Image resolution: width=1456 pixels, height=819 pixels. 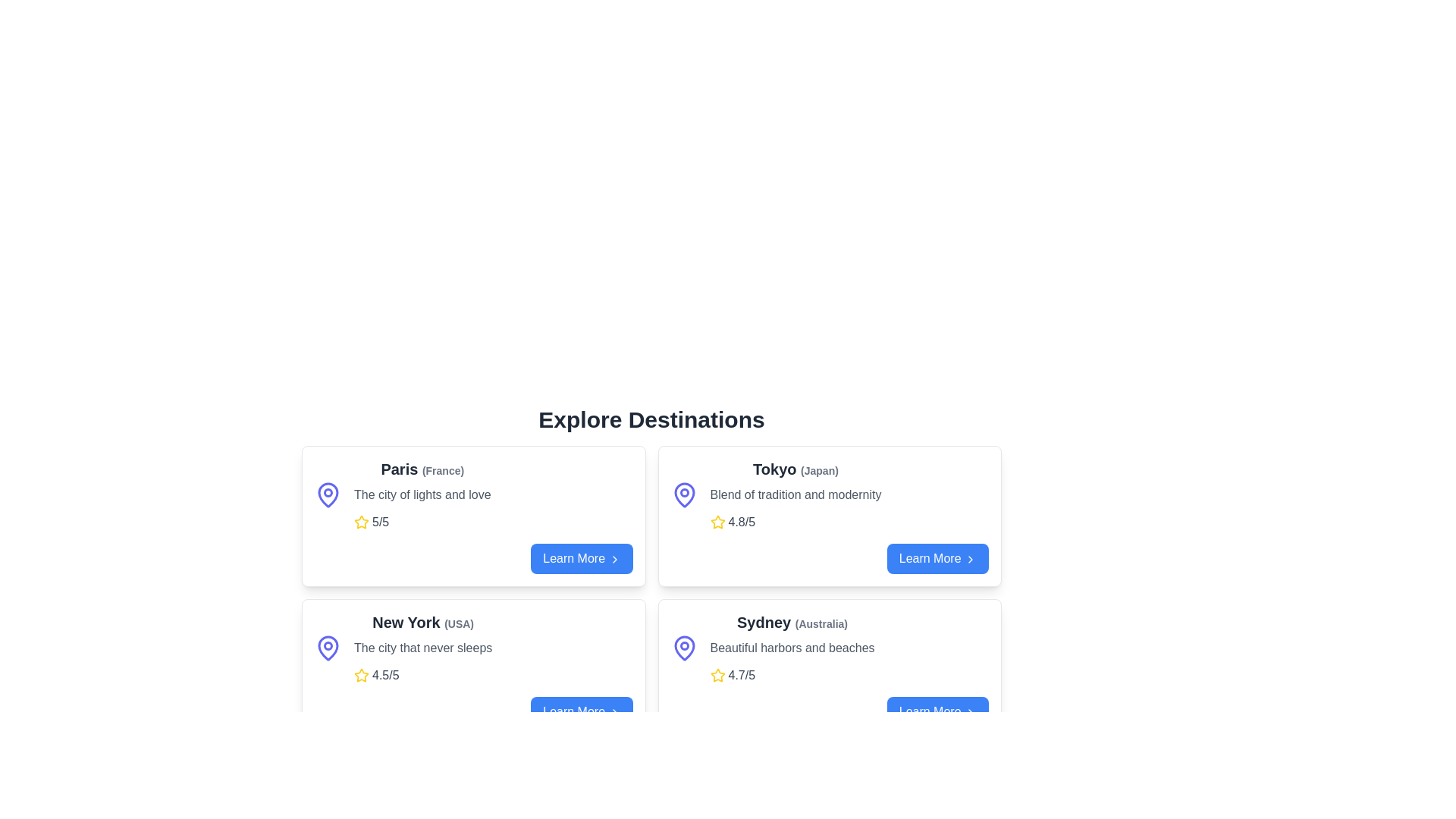 I want to click on the rating display indicating a perfect score of 5 out of 5 for 'Paris (France)', located beneath the subtitle 'The city of lights and love', so click(x=422, y=522).